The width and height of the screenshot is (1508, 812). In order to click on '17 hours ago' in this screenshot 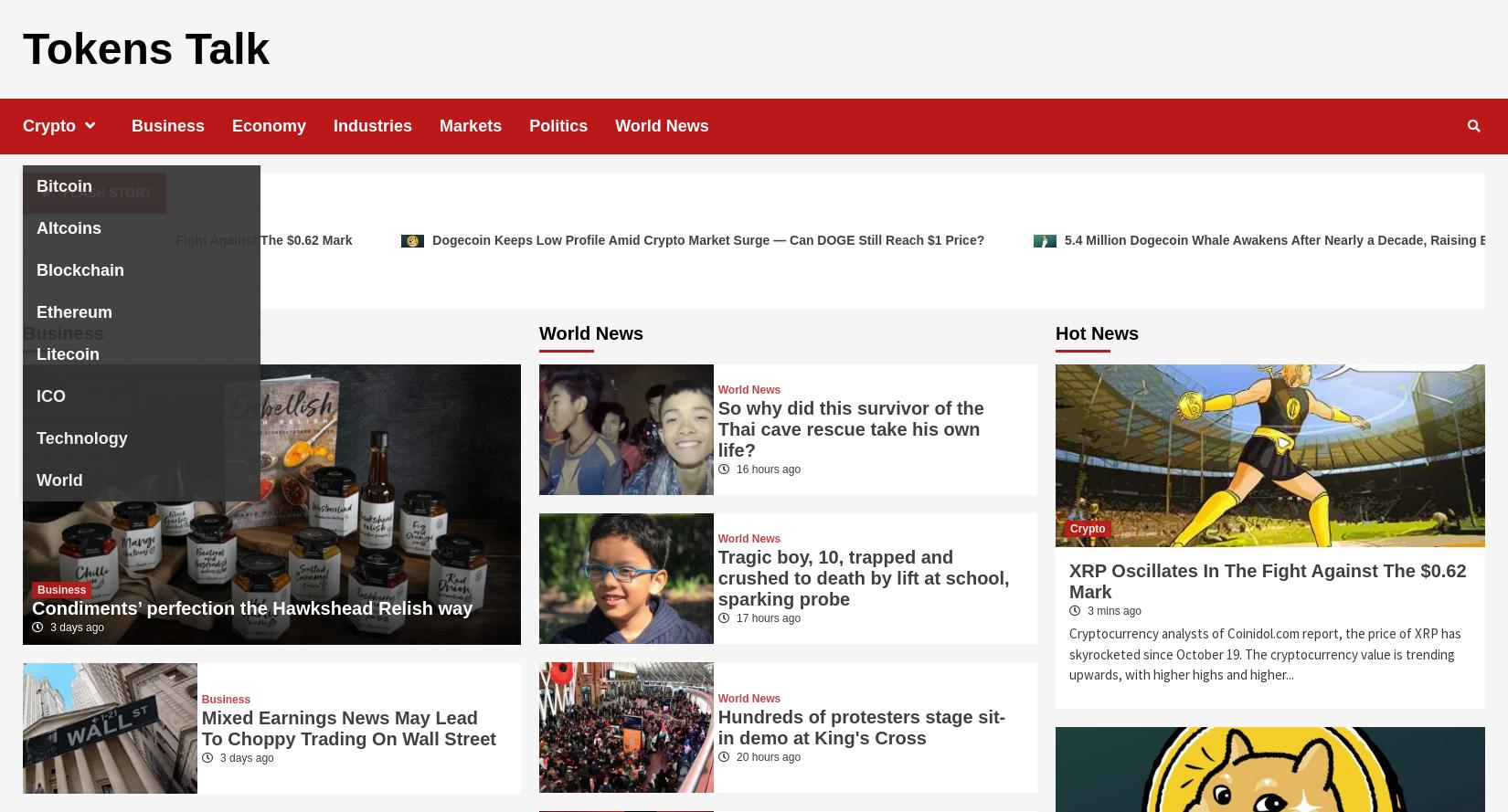, I will do `click(767, 617)`.